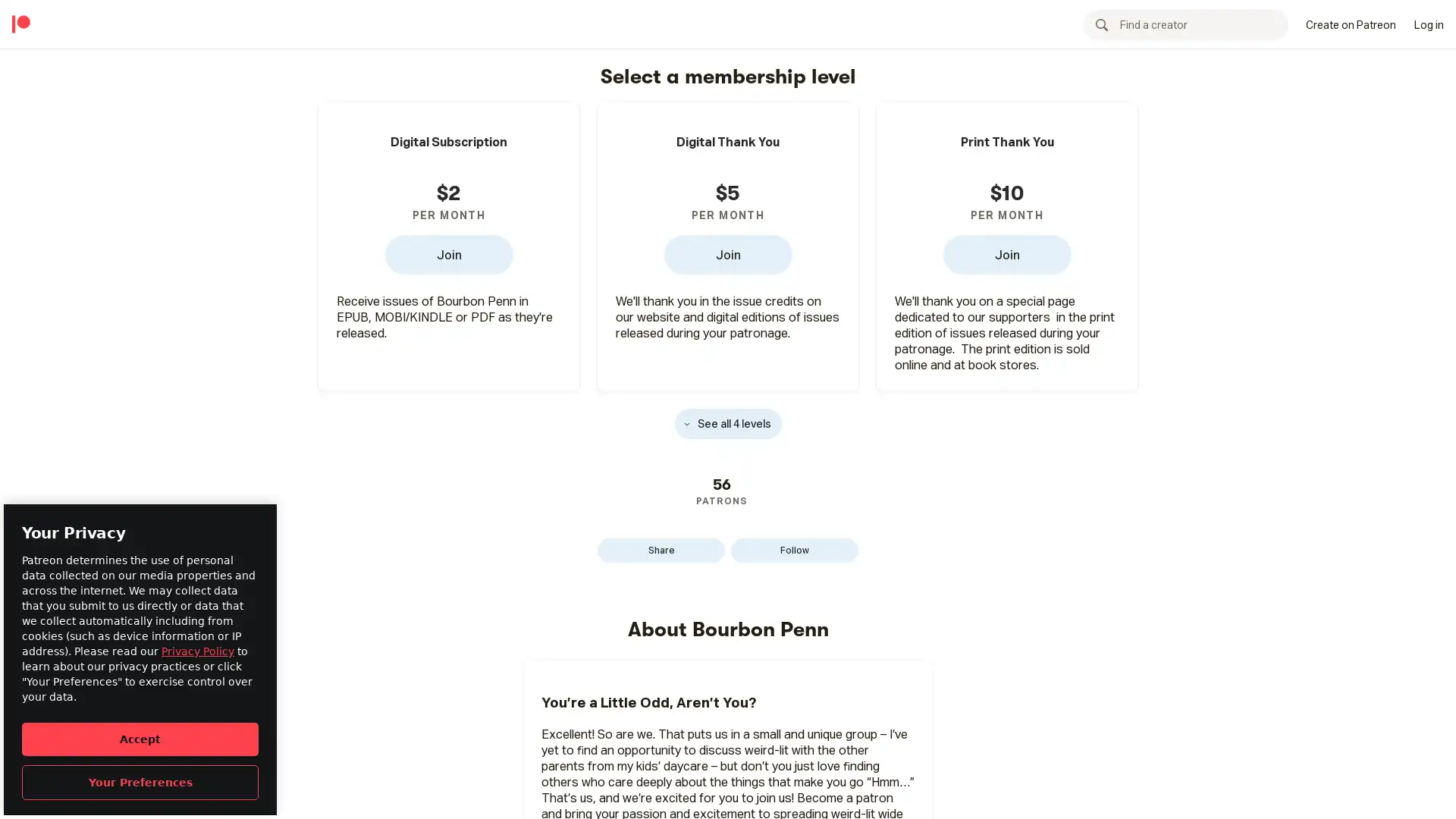 The image size is (1456, 819). I want to click on Digital Subscription Join, so click(447, 253).